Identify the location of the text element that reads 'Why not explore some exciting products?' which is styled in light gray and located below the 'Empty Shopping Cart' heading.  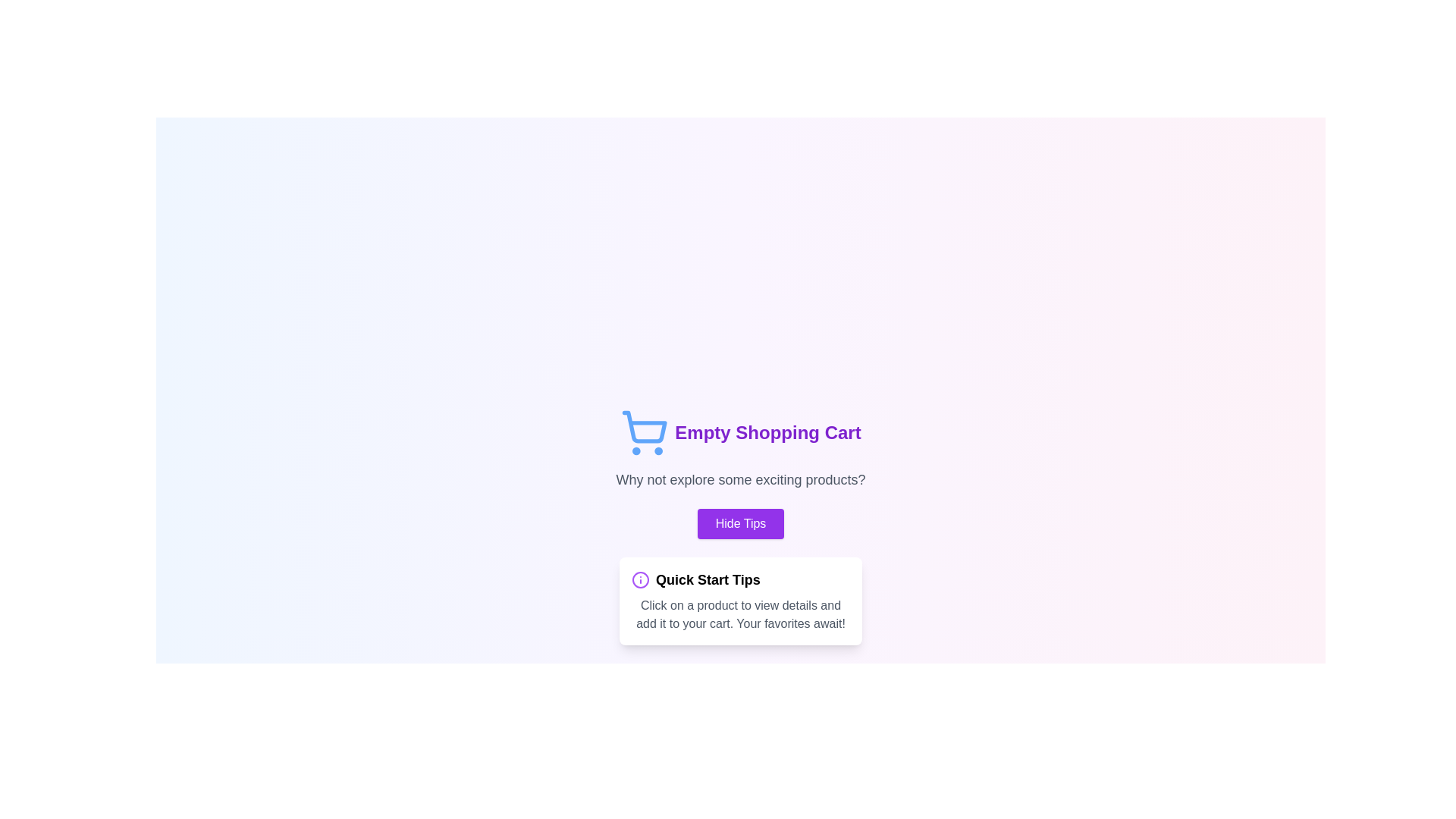
(740, 479).